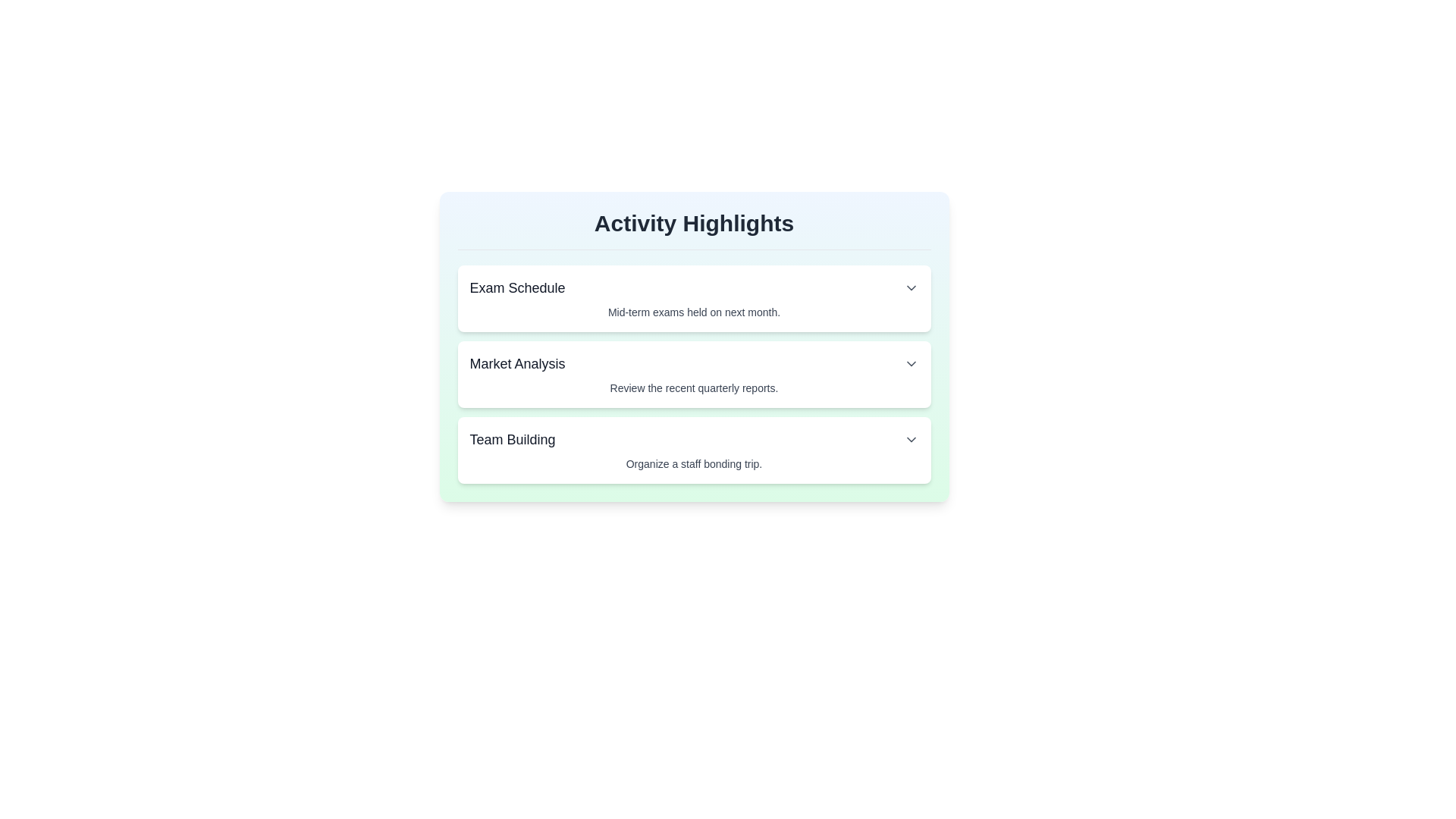 Image resolution: width=1456 pixels, height=819 pixels. Describe the element at coordinates (910, 363) in the screenshot. I see `the dropdown icon of the item titled 'Market Analysis' to toggle its details` at that location.